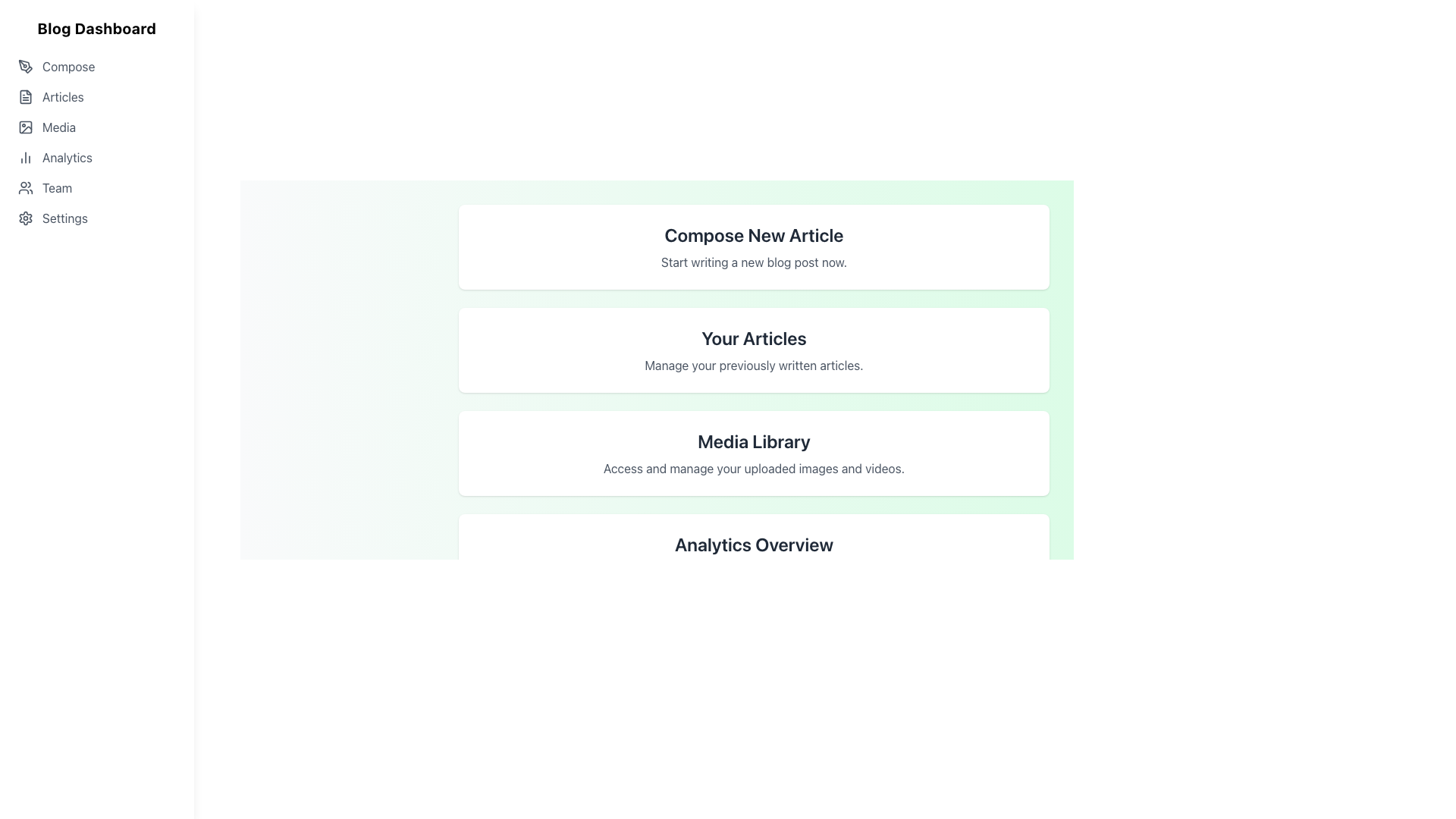 Image resolution: width=1456 pixels, height=819 pixels. What do you see at coordinates (25, 127) in the screenshot?
I see `the small rounded rectangle icon representing an image, located in the sidebar's 'Media' list item group in the navigation menu` at bounding box center [25, 127].